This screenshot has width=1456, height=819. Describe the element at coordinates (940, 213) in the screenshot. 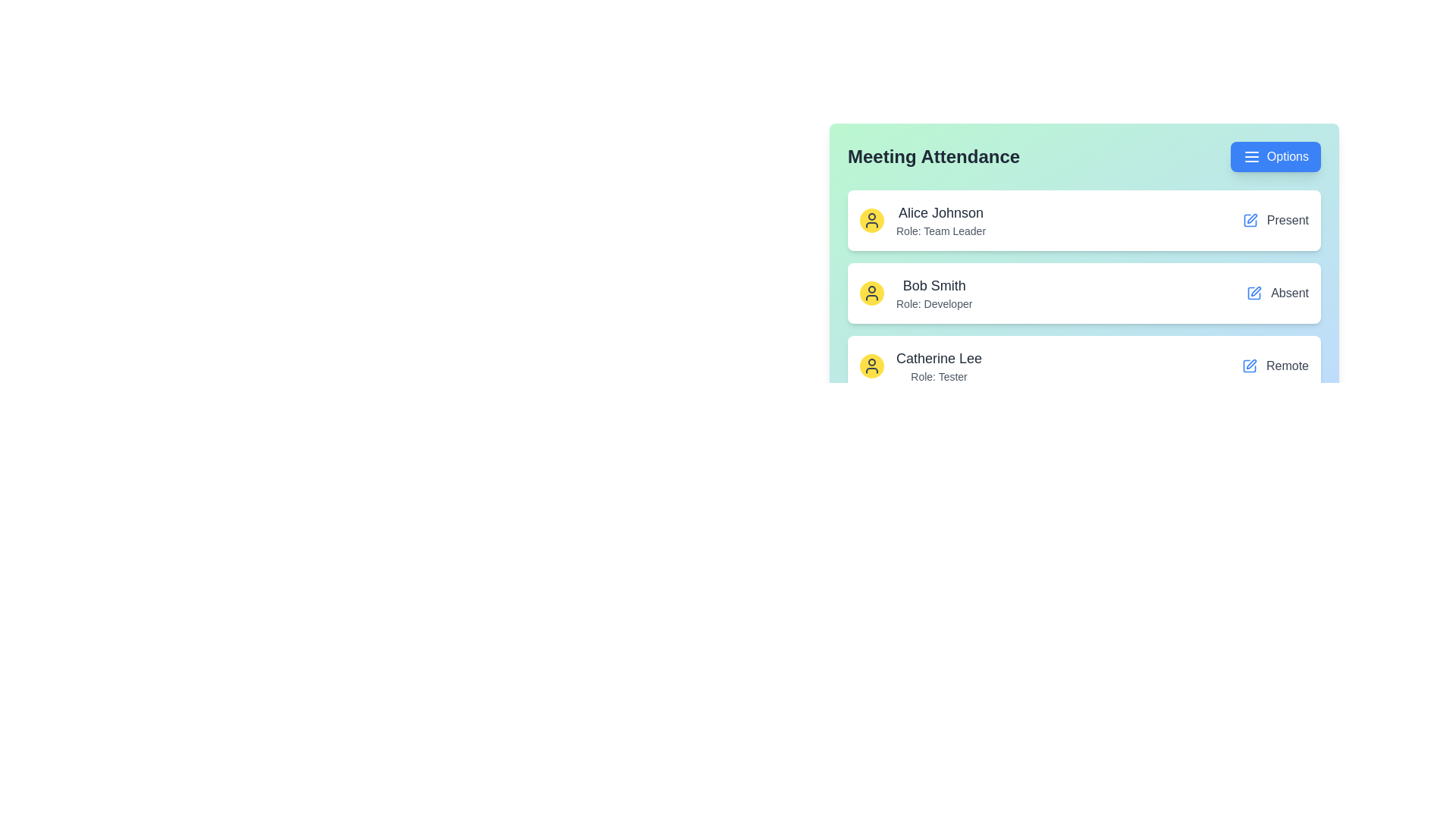

I see `the text label displaying 'Alice Johnson', which is styled in bold and located at the top of the card under 'Meeting Attendance'` at that location.